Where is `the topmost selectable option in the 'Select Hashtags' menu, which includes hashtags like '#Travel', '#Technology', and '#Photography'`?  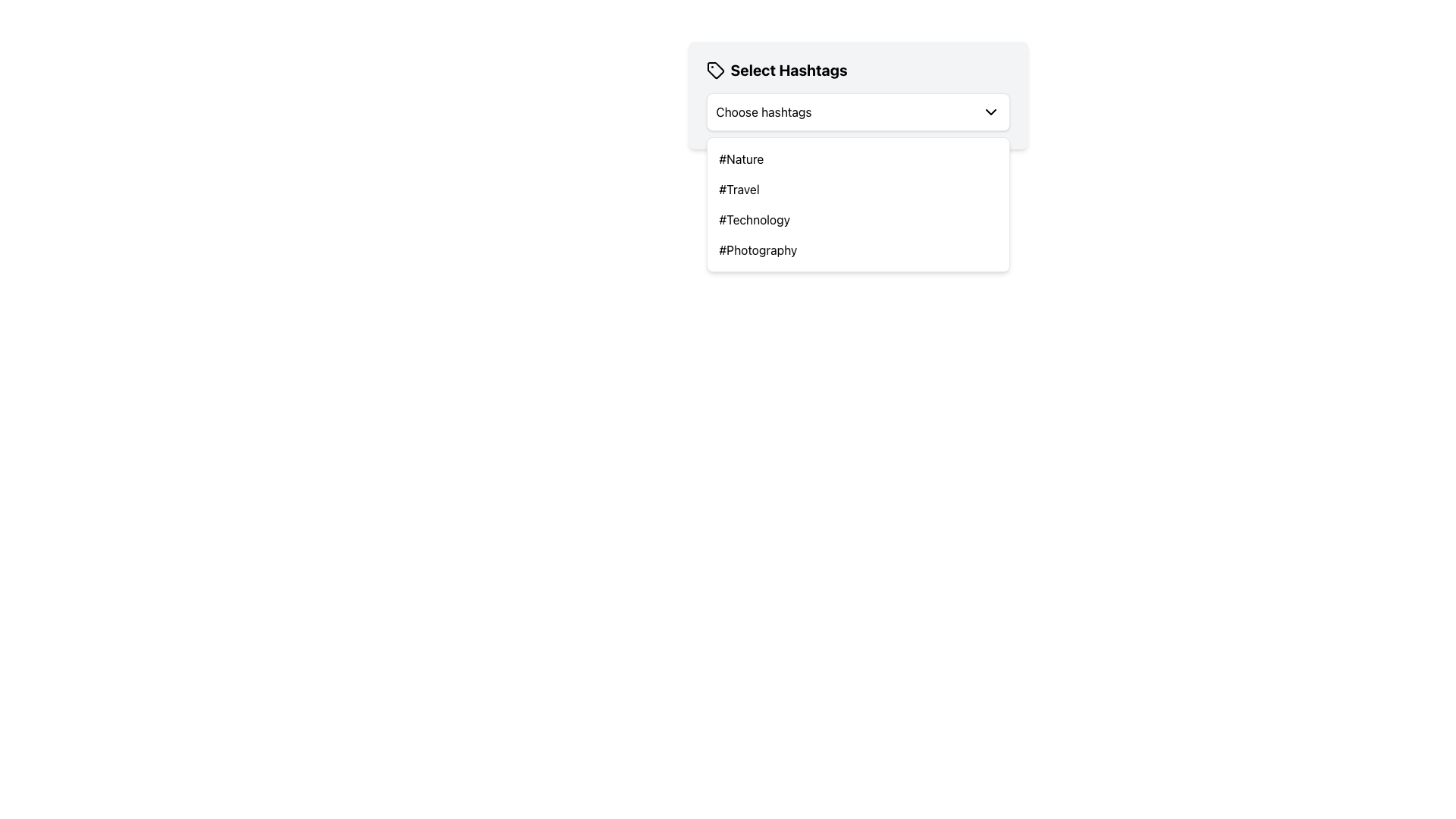 the topmost selectable option in the 'Select Hashtags' menu, which includes hashtags like '#Travel', '#Technology', and '#Photography' is located at coordinates (858, 158).